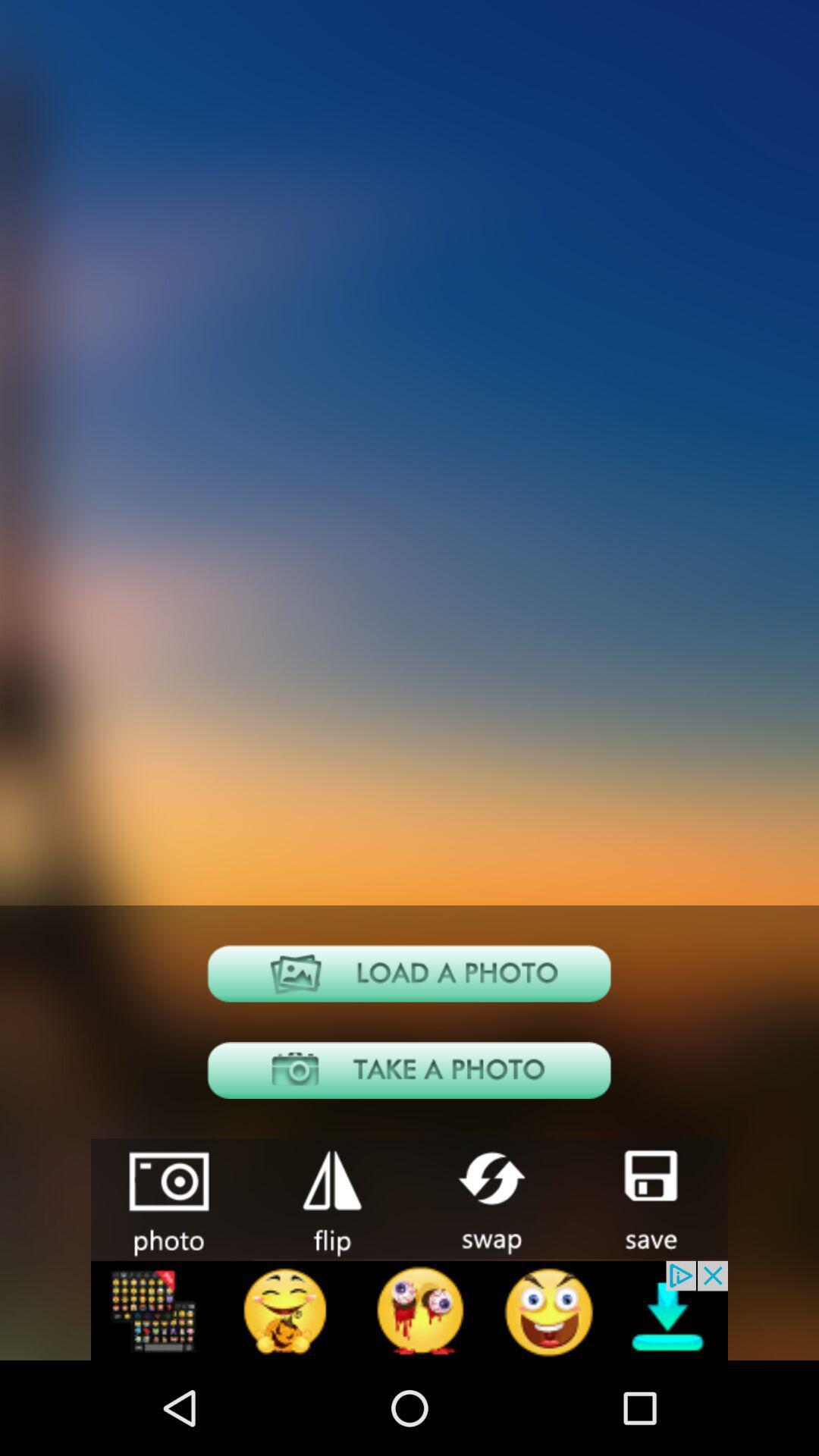  What do you see at coordinates (488, 1197) in the screenshot?
I see `swap image` at bounding box center [488, 1197].